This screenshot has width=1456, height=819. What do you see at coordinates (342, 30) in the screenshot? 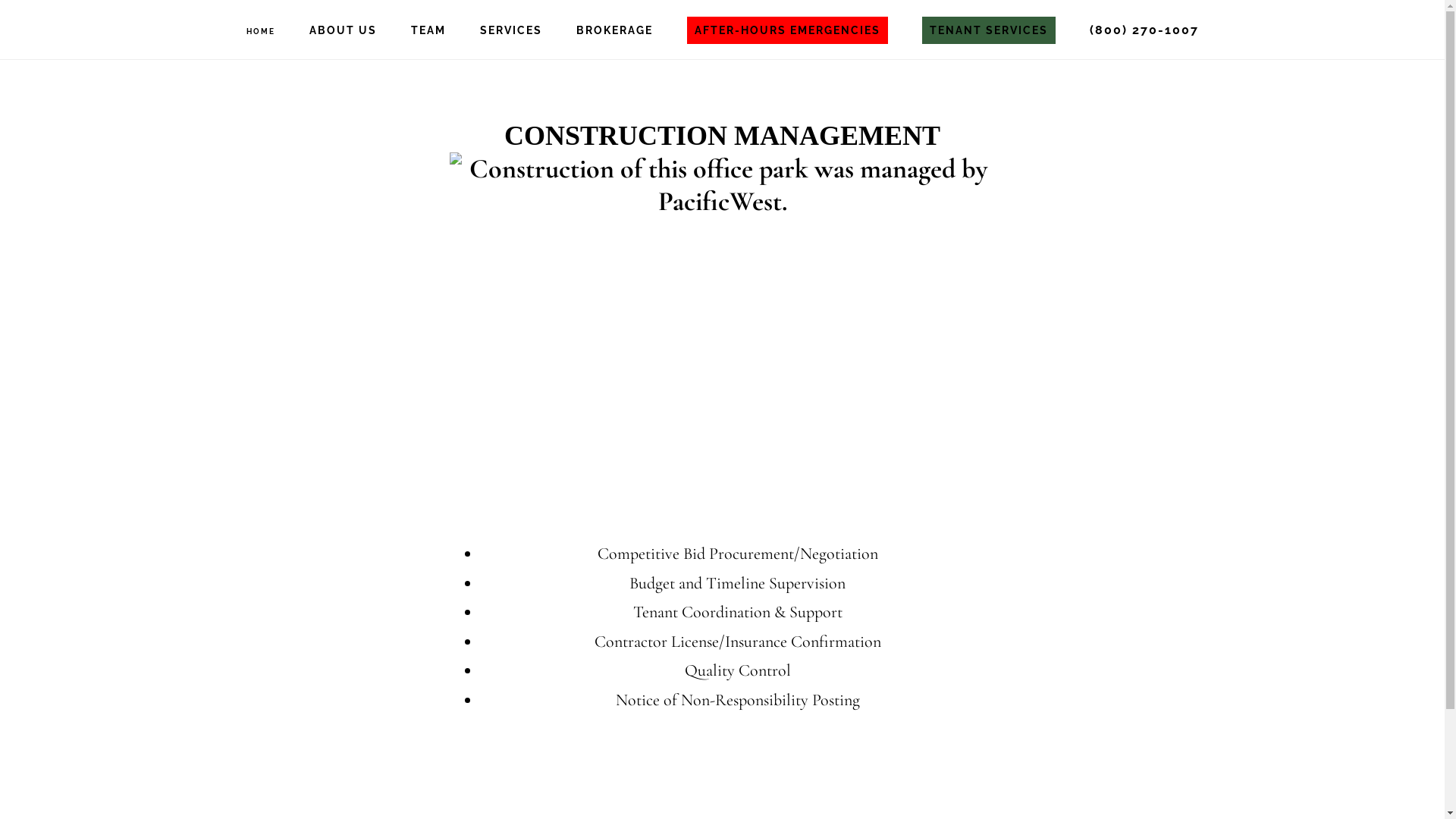
I see `'ABOUT US'` at bounding box center [342, 30].